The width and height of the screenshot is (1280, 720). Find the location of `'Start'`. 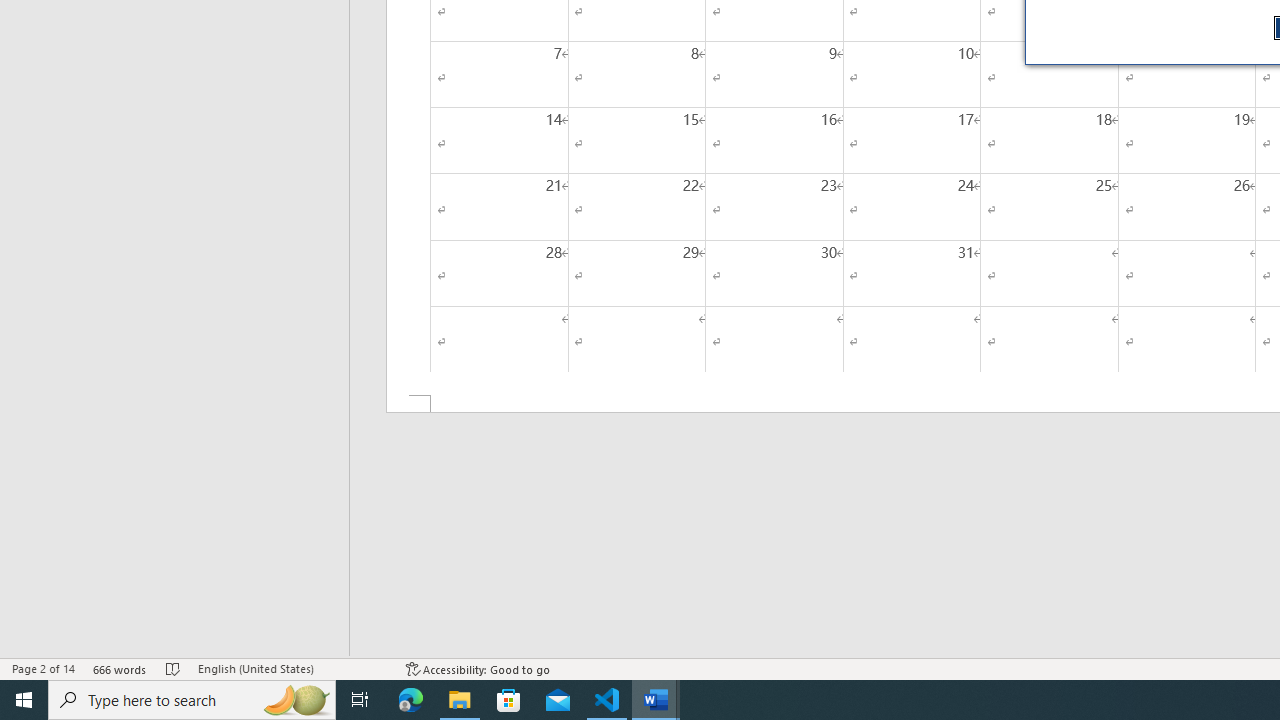

'Start' is located at coordinates (24, 698).